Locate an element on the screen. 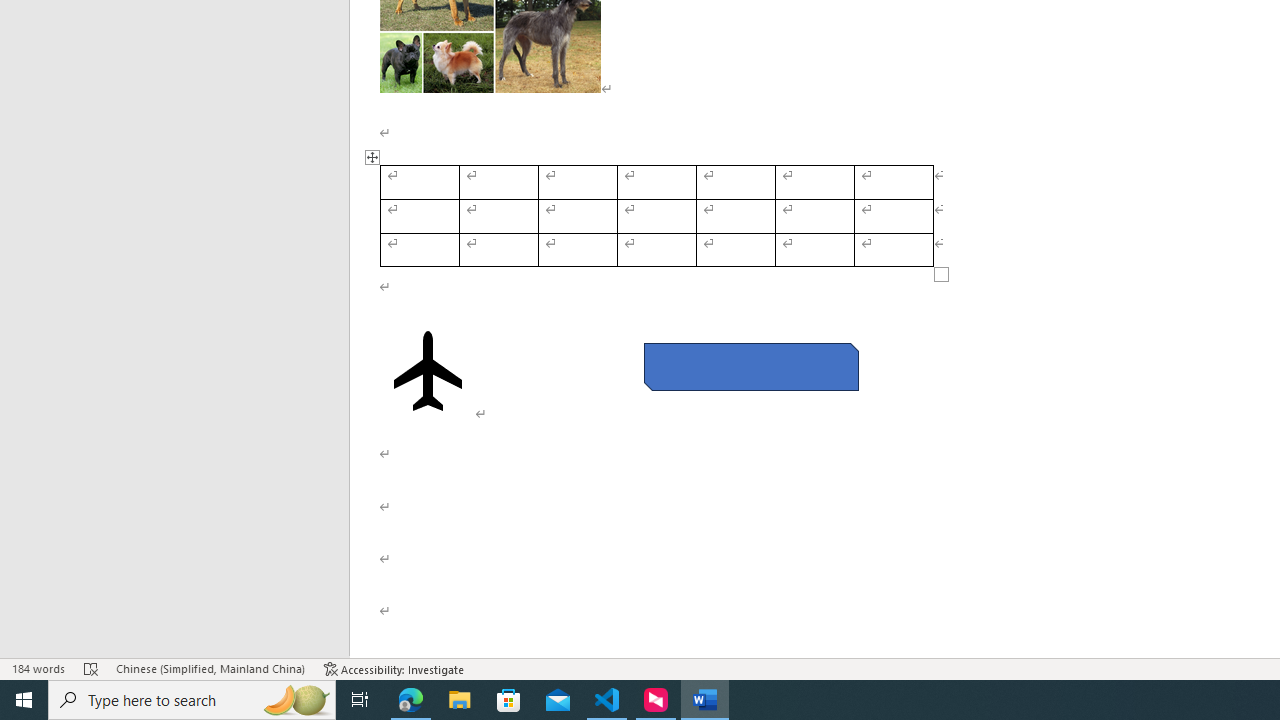 The image size is (1280, 720). 'Microsoft Store' is located at coordinates (509, 698).